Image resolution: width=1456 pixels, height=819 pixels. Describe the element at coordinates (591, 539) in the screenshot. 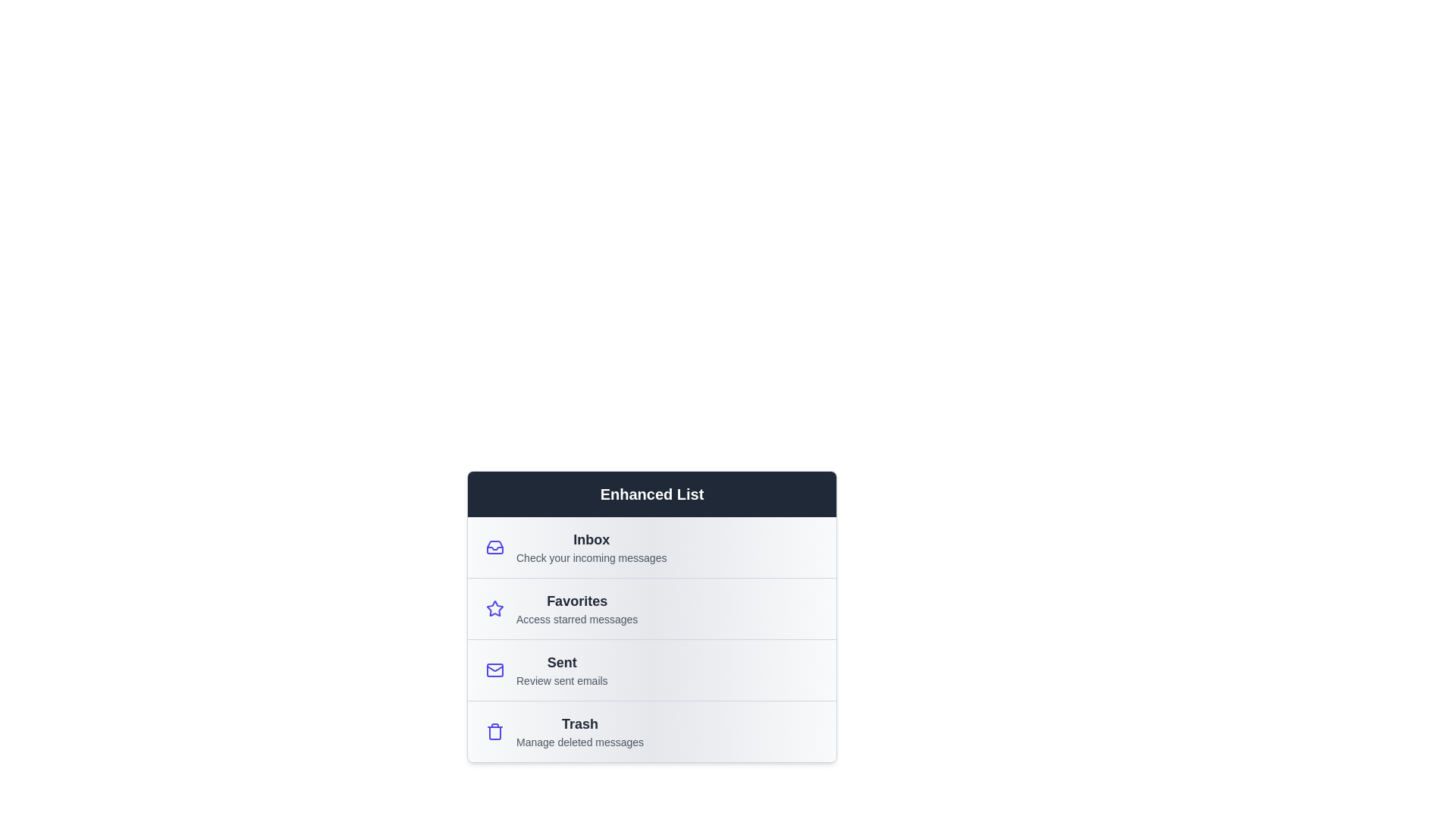

I see `the 'Inbox' text label, which is a bold dark gray label on a white background, located in the first row of the 'Enhanced List' section` at that location.